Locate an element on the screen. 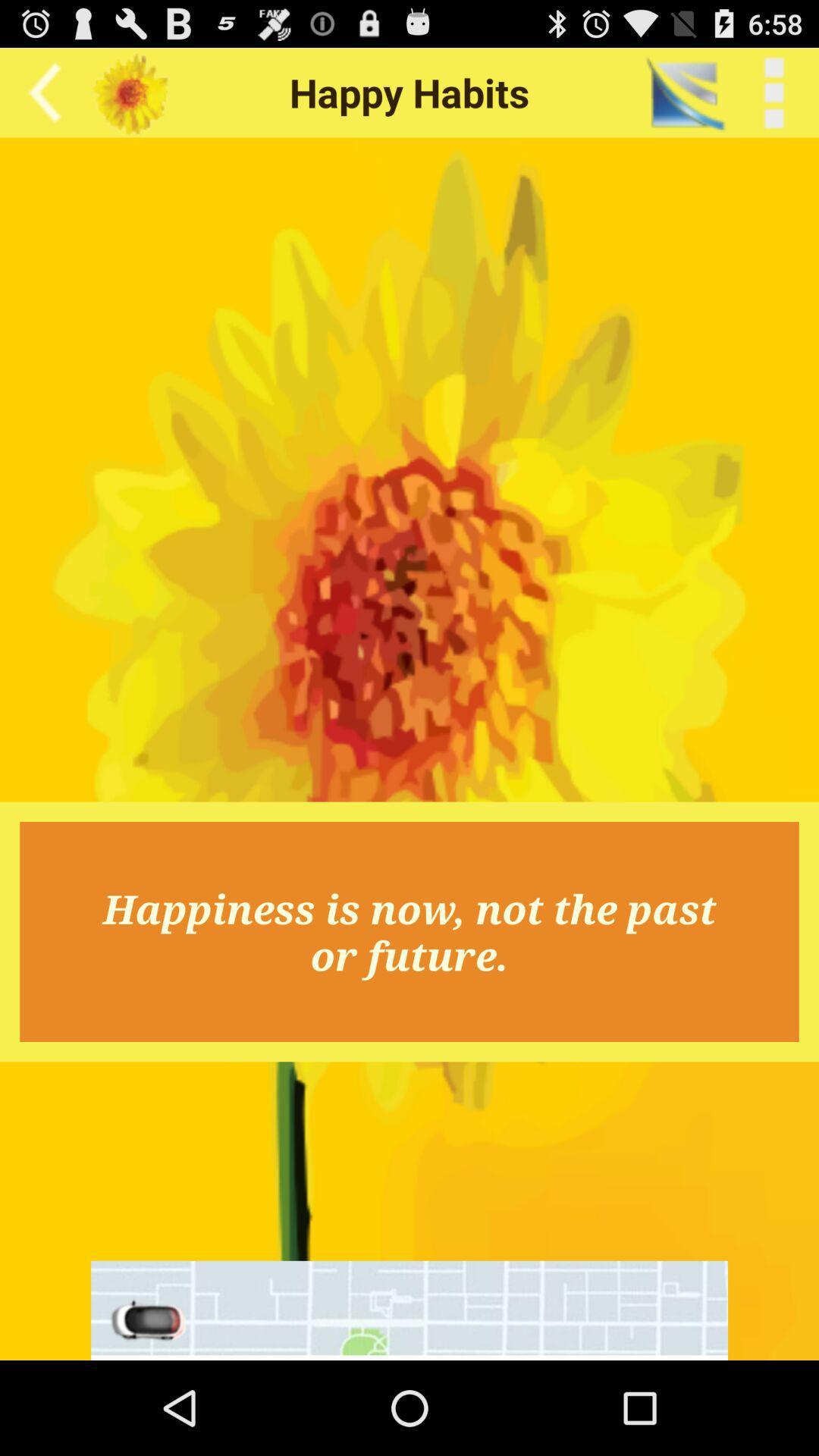 The image size is (819, 1456). advertisement page is located at coordinates (409, 1310).